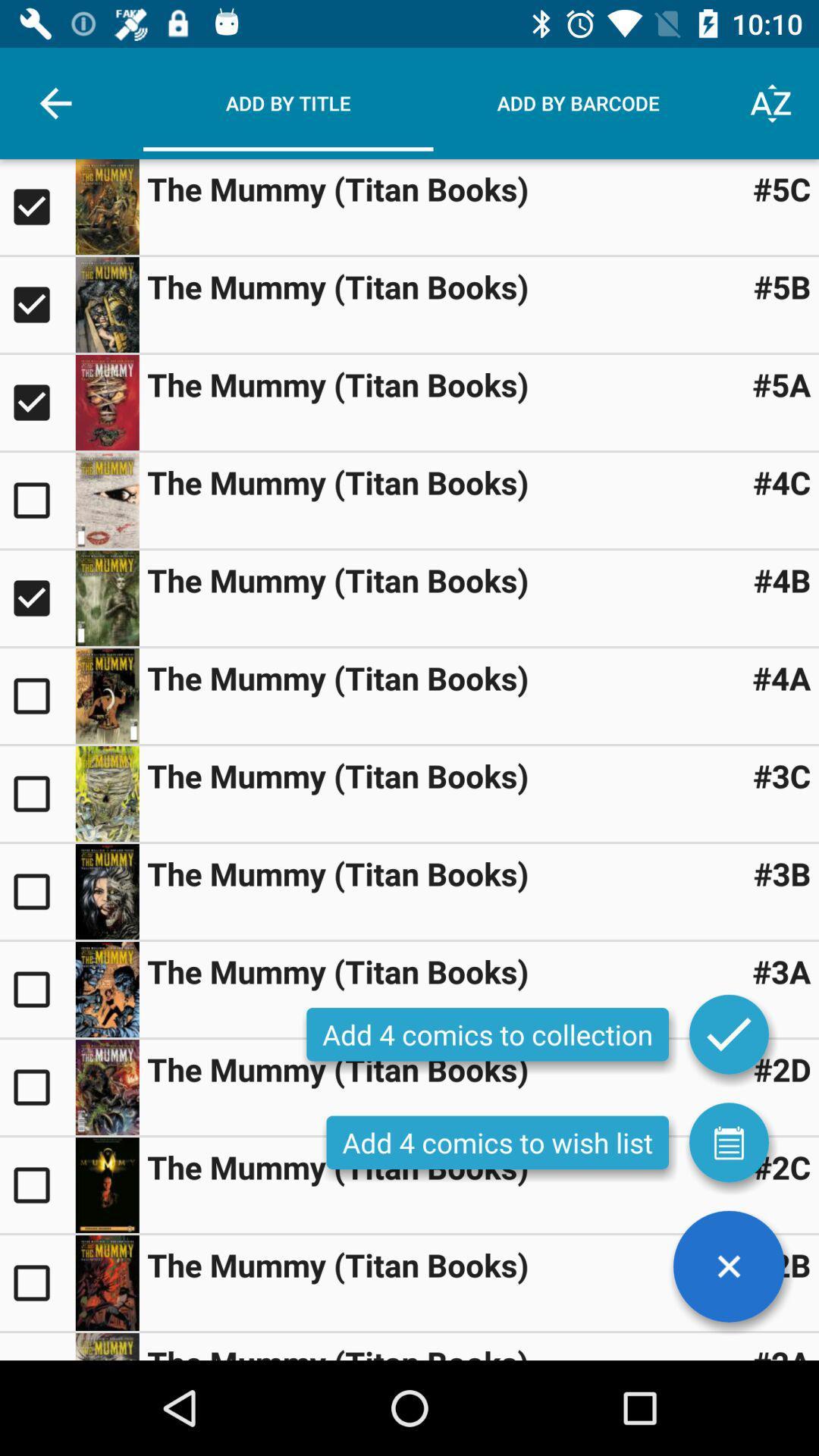 The width and height of the screenshot is (819, 1456). What do you see at coordinates (728, 1034) in the screenshot?
I see `the check icon` at bounding box center [728, 1034].